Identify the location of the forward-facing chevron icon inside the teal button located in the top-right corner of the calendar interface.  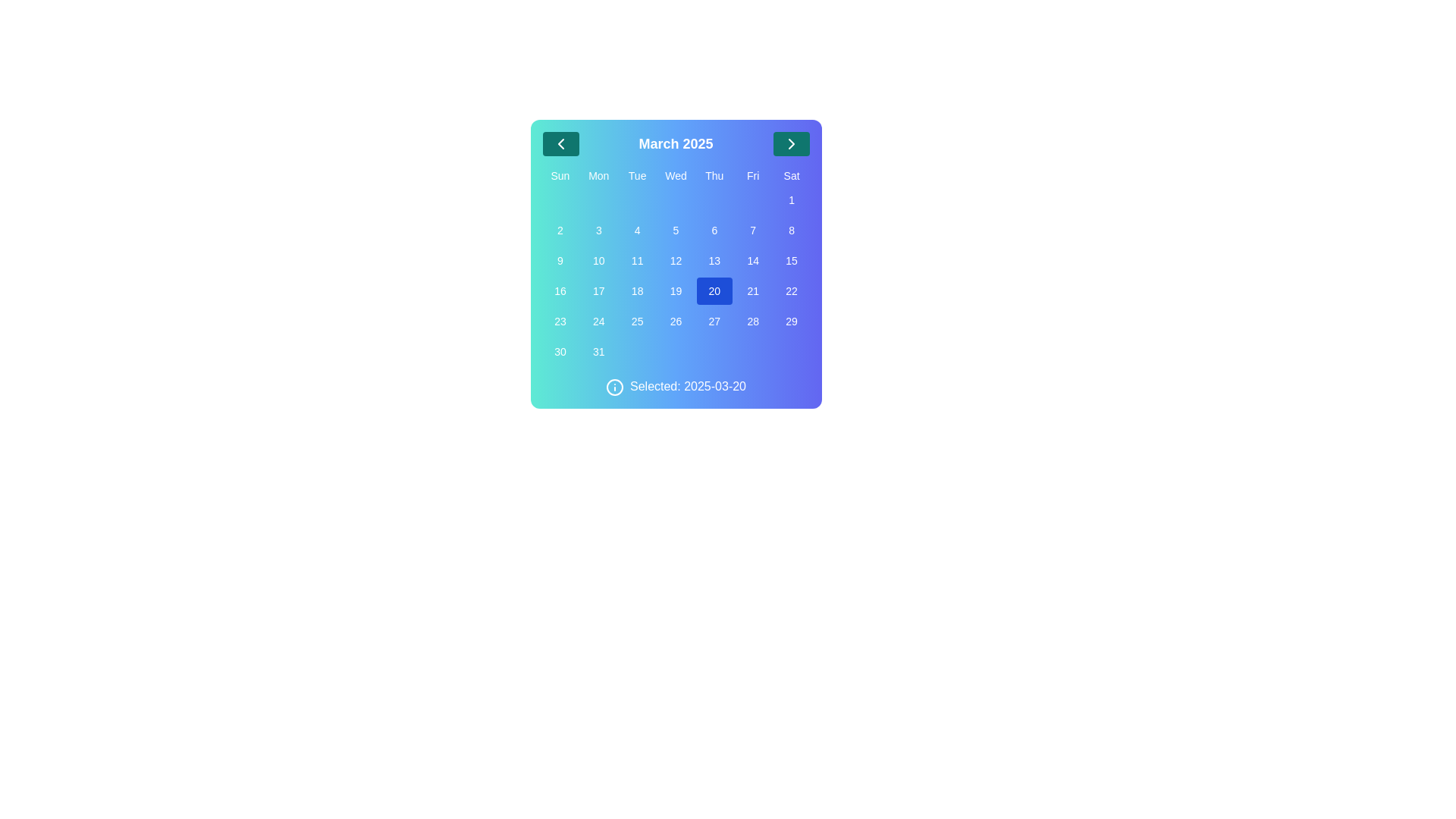
(790, 143).